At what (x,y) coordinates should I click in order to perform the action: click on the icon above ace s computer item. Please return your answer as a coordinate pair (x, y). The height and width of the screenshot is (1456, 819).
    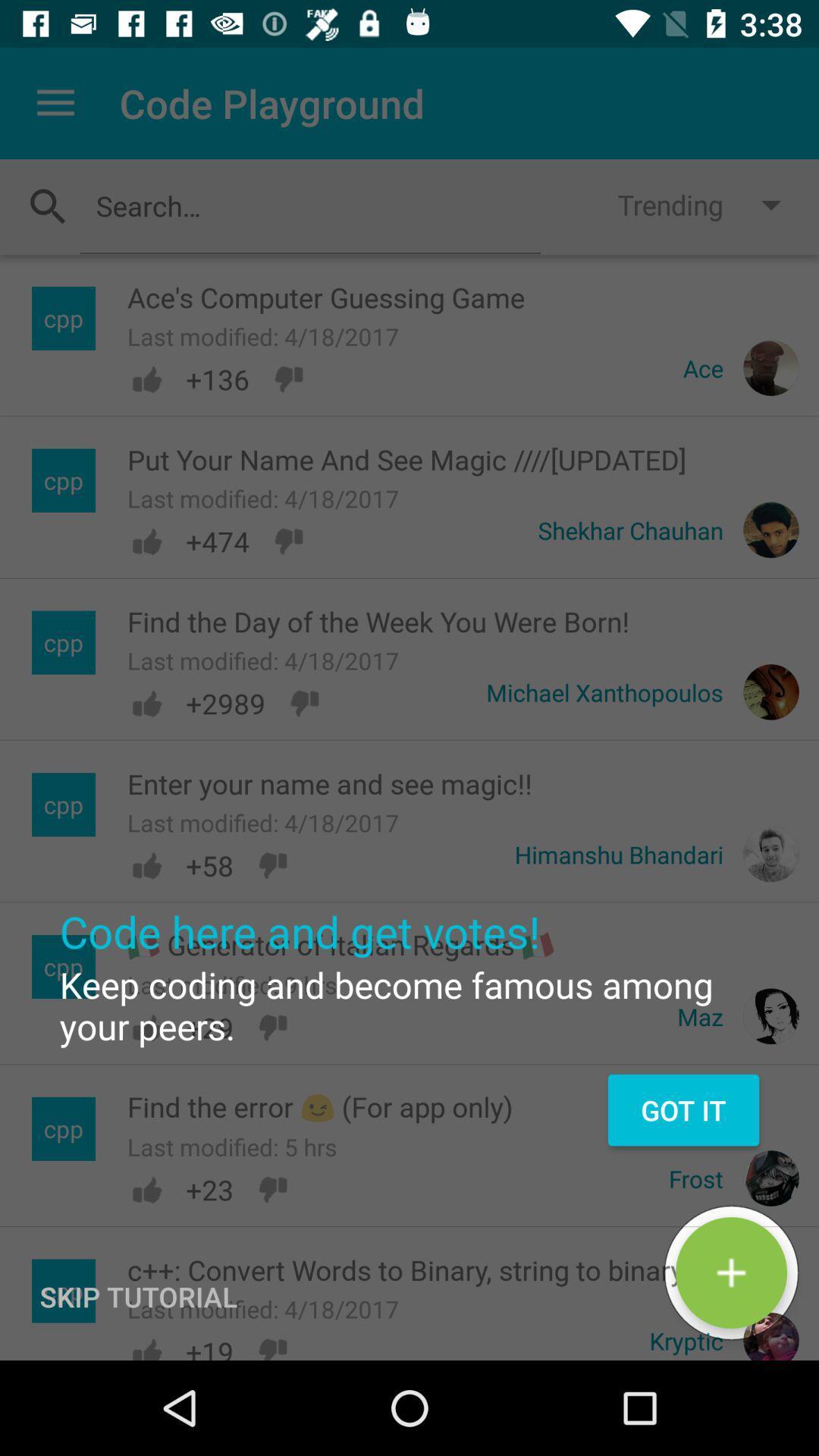
    Looking at the image, I should click on (309, 205).